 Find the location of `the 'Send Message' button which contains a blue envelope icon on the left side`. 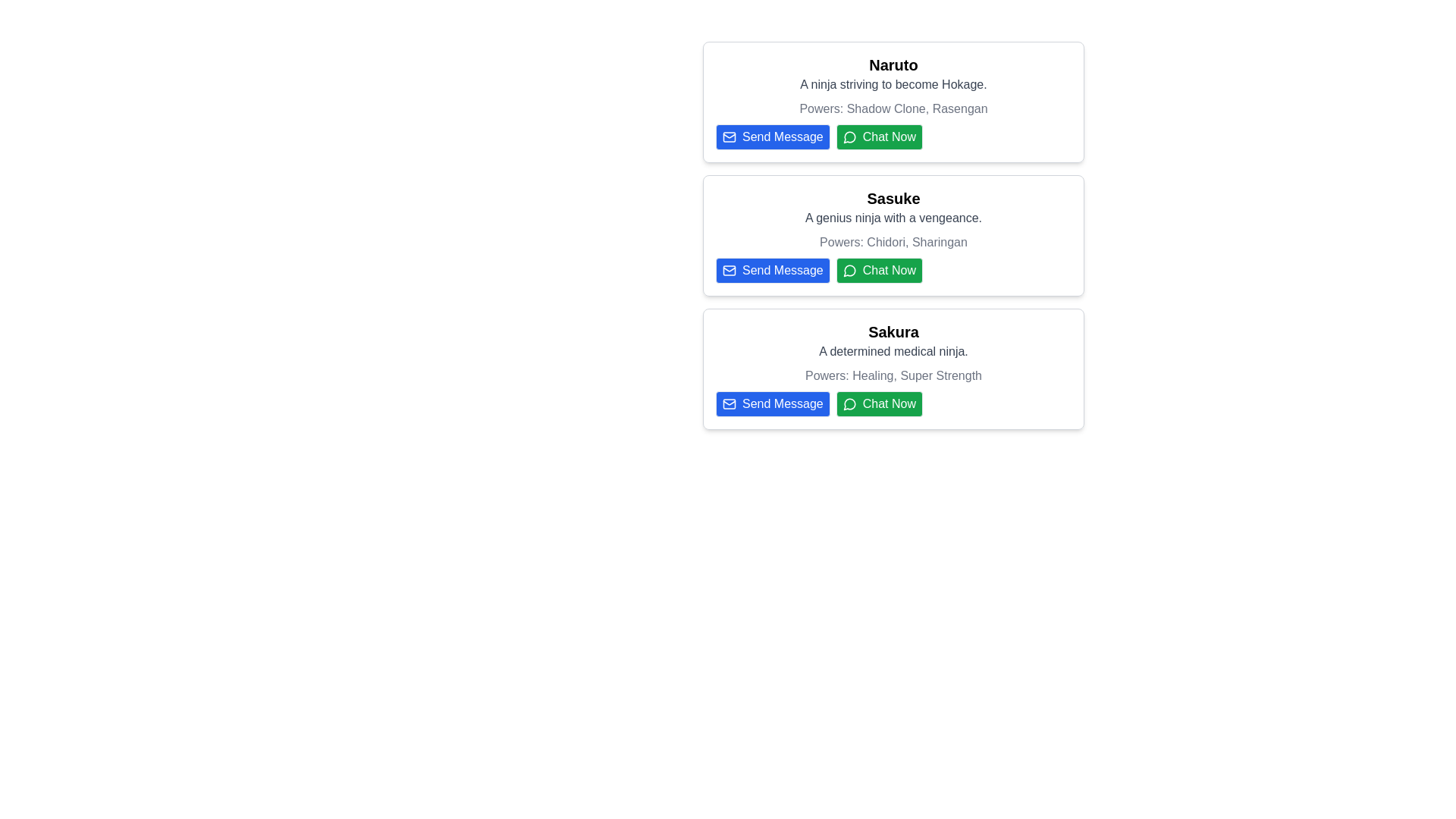

the 'Send Message' button which contains a blue envelope icon on the left side is located at coordinates (729, 403).